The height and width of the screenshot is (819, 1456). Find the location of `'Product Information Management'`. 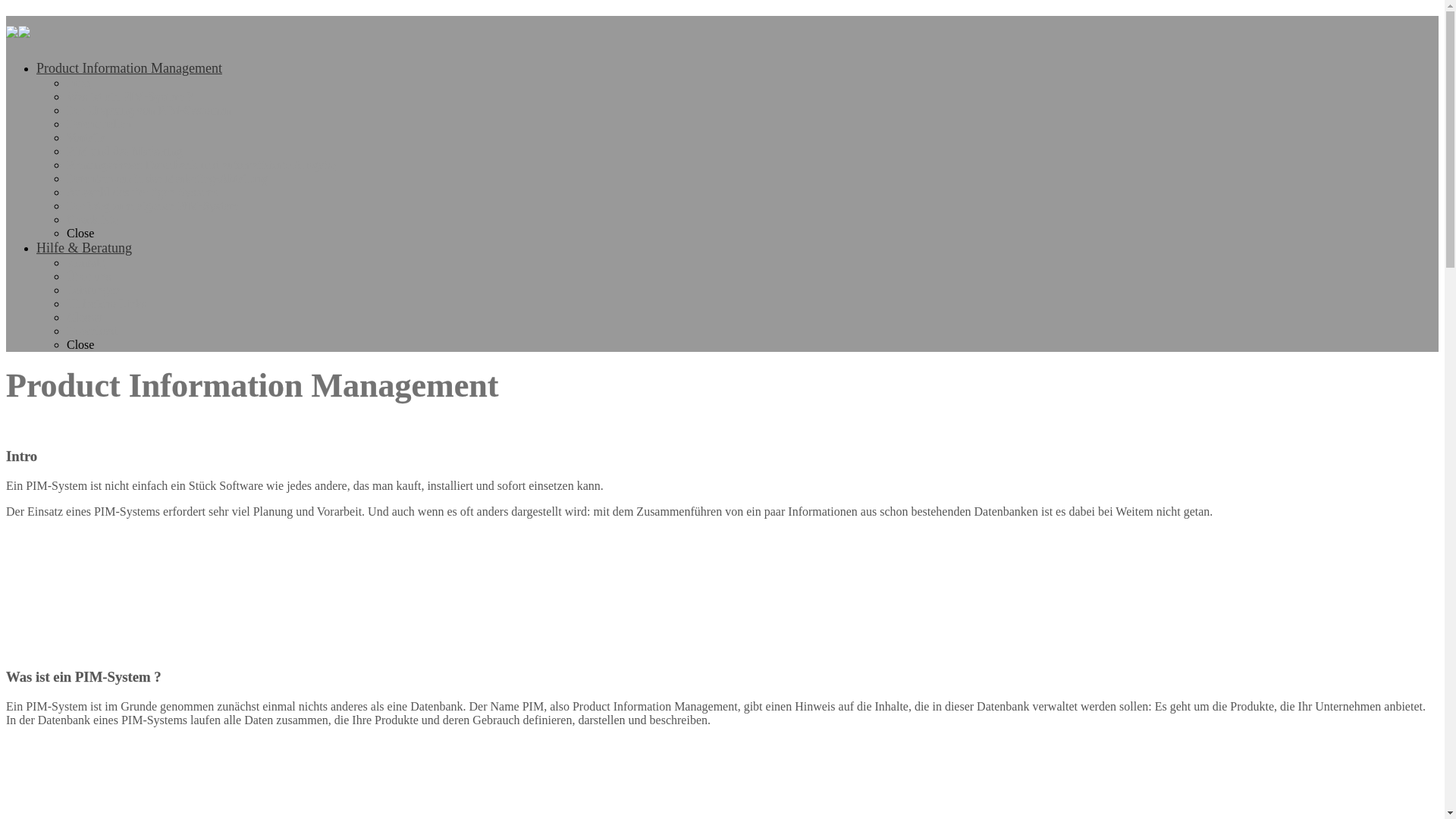

'Product Information Management' is located at coordinates (129, 67).